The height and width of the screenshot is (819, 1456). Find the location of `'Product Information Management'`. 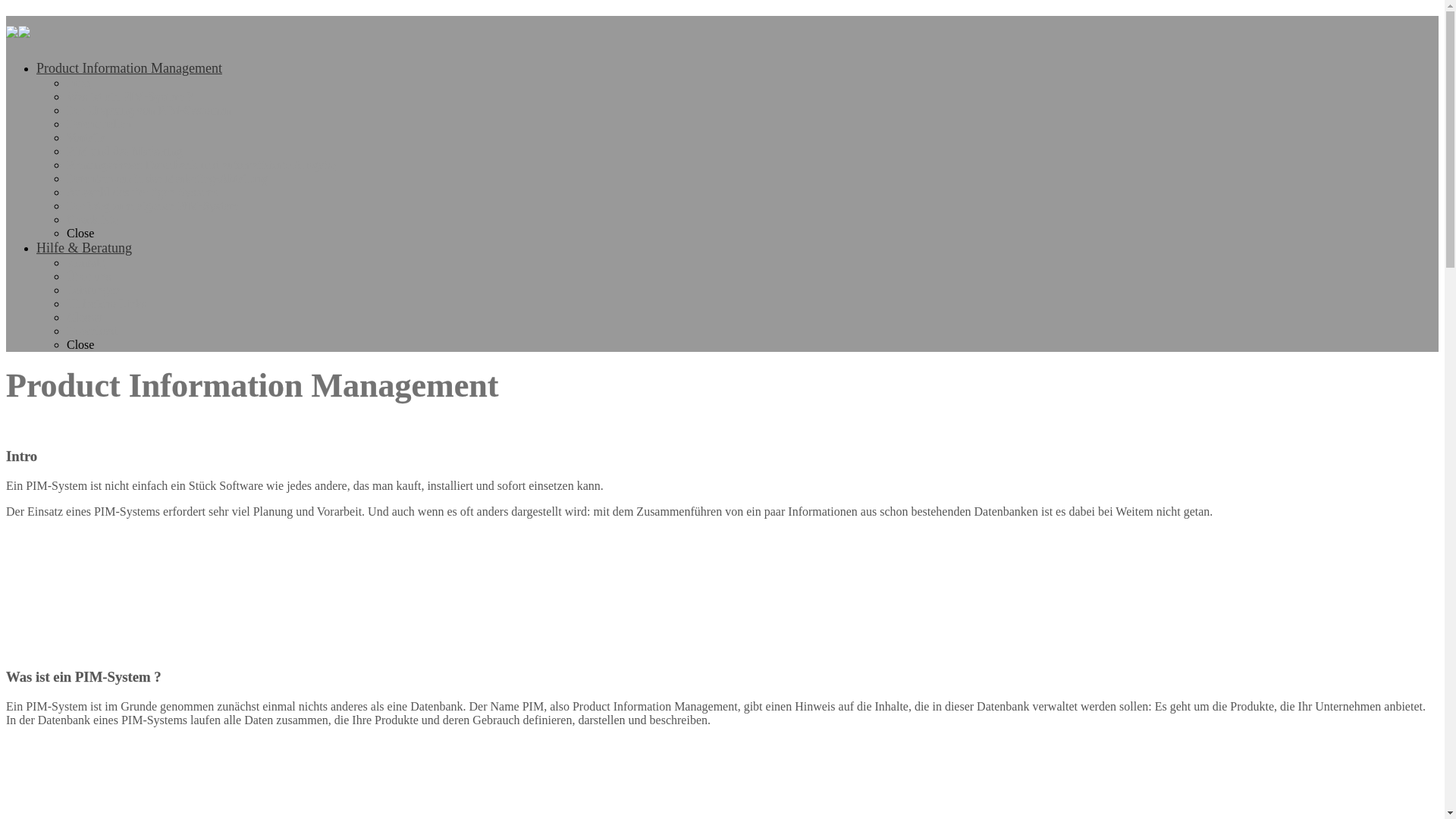

'Product Information Management' is located at coordinates (129, 67).